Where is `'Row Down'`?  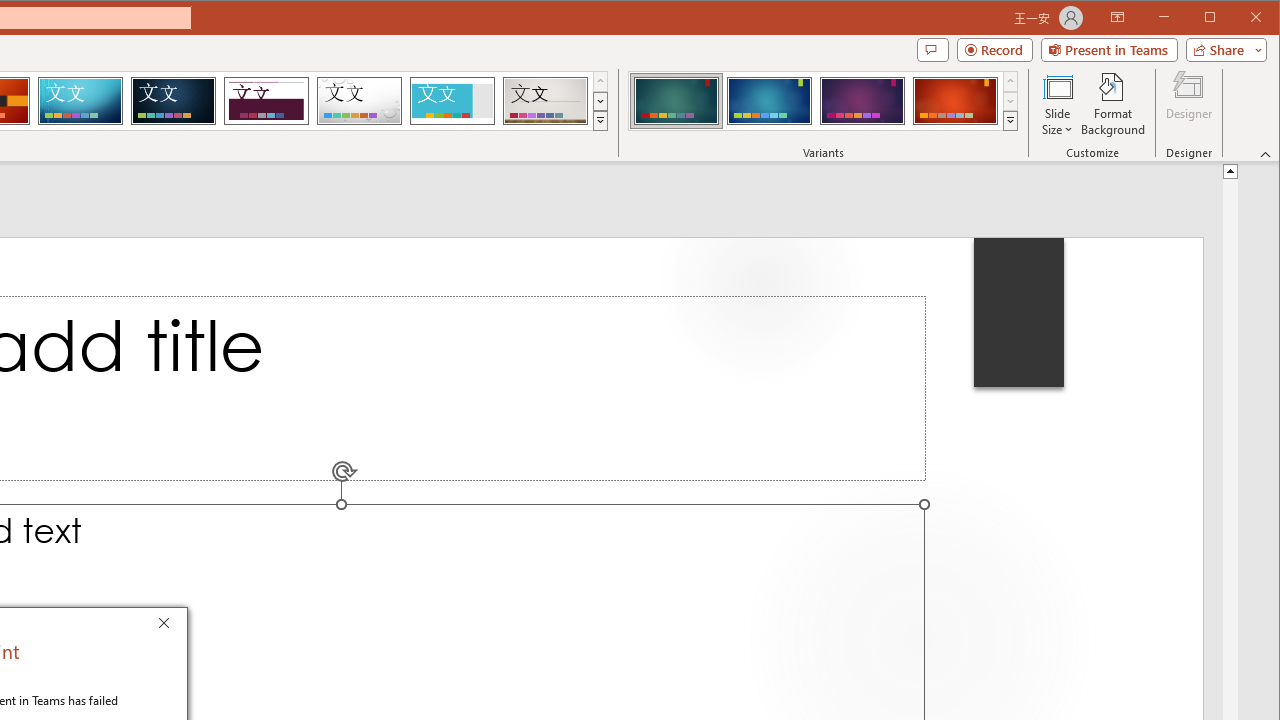 'Row Down' is located at coordinates (1010, 101).